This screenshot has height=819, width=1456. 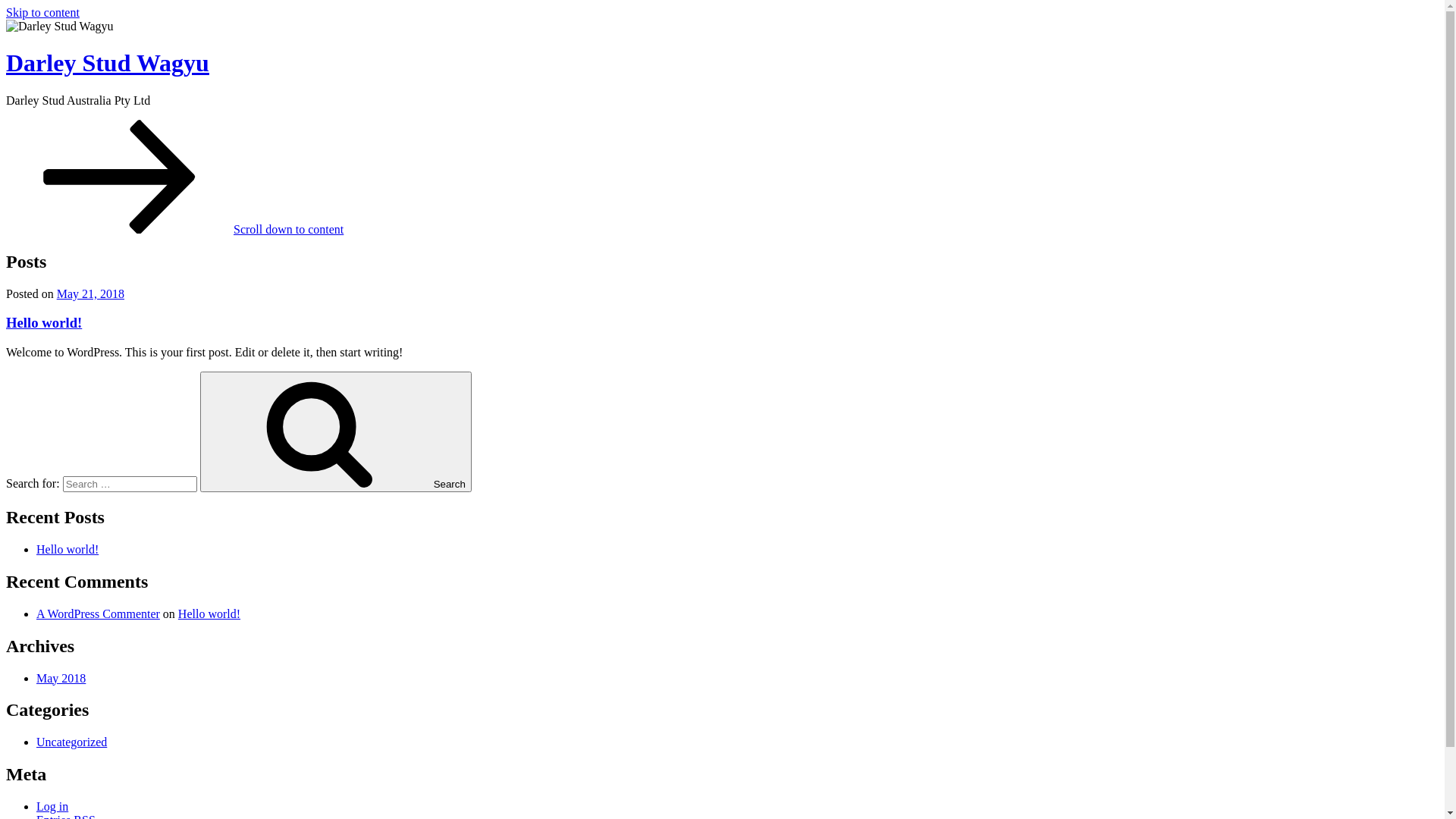 What do you see at coordinates (97, 613) in the screenshot?
I see `'A WordPress Commenter'` at bounding box center [97, 613].